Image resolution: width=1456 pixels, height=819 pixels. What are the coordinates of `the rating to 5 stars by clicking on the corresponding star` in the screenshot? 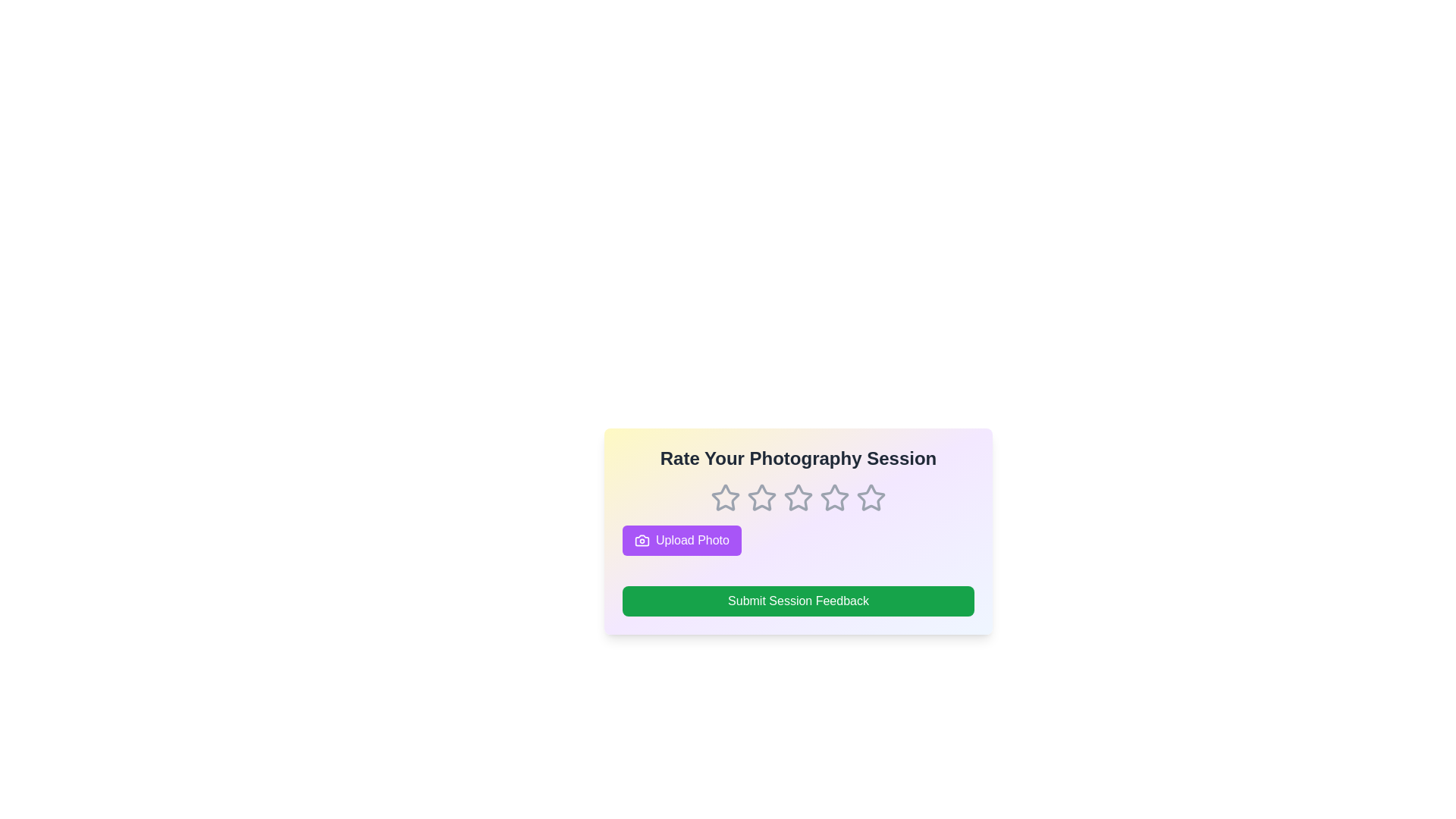 It's located at (871, 497).